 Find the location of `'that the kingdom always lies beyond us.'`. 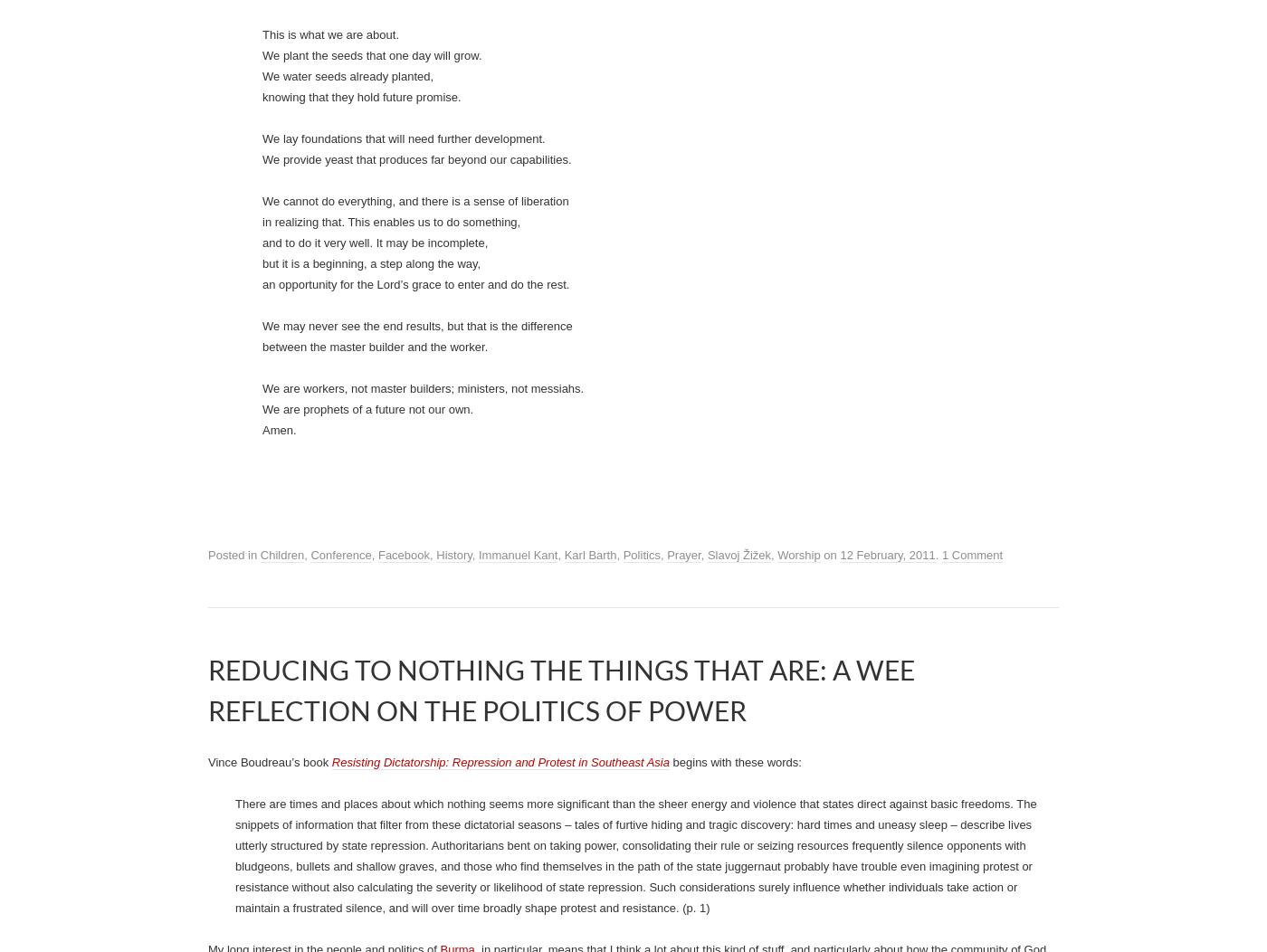

'that the kingdom always lies beyond us.' is located at coordinates (366, 562).